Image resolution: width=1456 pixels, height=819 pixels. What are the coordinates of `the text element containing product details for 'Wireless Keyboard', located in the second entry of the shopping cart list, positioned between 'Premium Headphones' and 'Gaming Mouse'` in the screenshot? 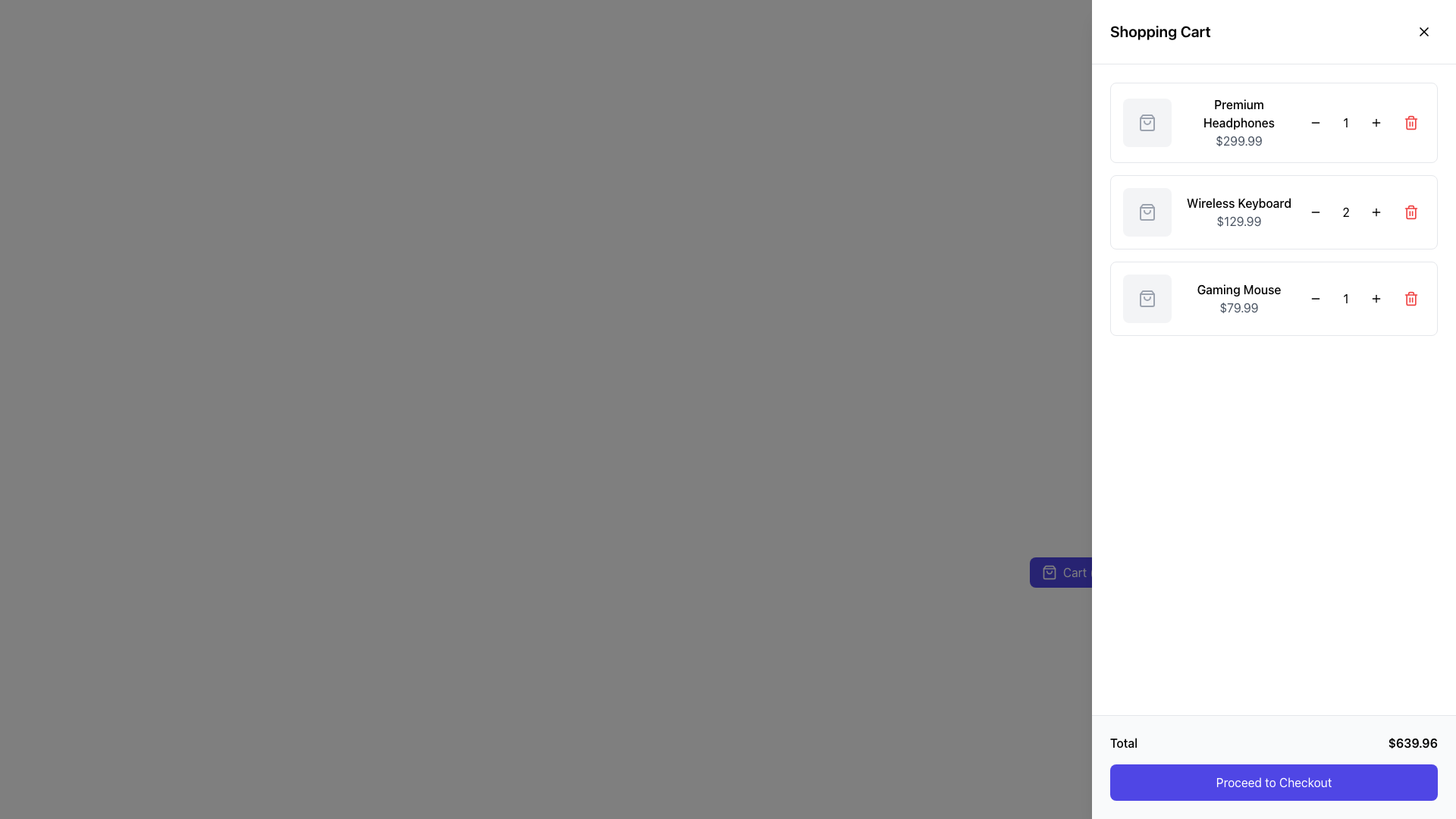 It's located at (1238, 212).